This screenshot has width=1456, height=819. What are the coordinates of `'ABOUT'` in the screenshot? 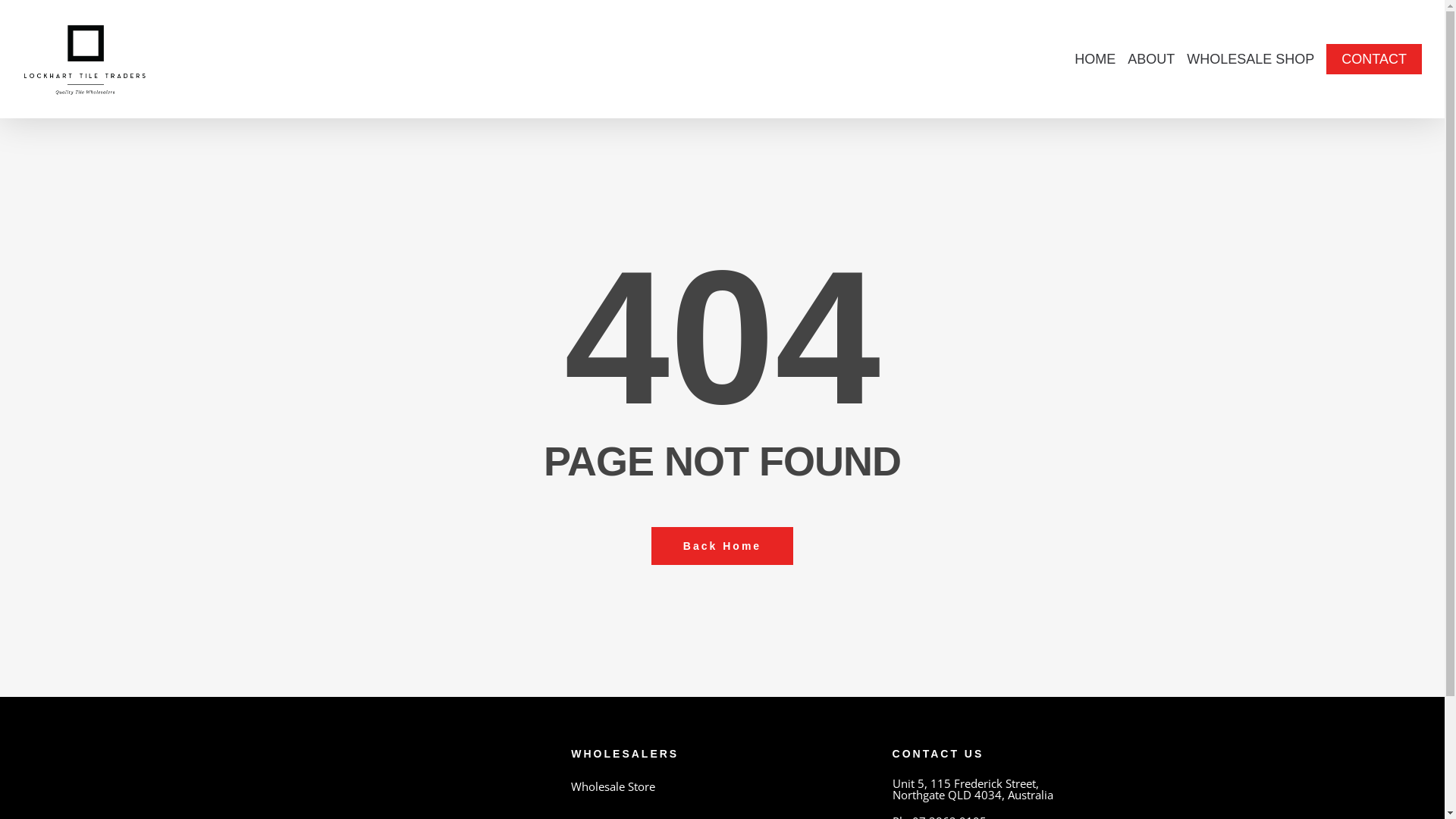 It's located at (1150, 58).